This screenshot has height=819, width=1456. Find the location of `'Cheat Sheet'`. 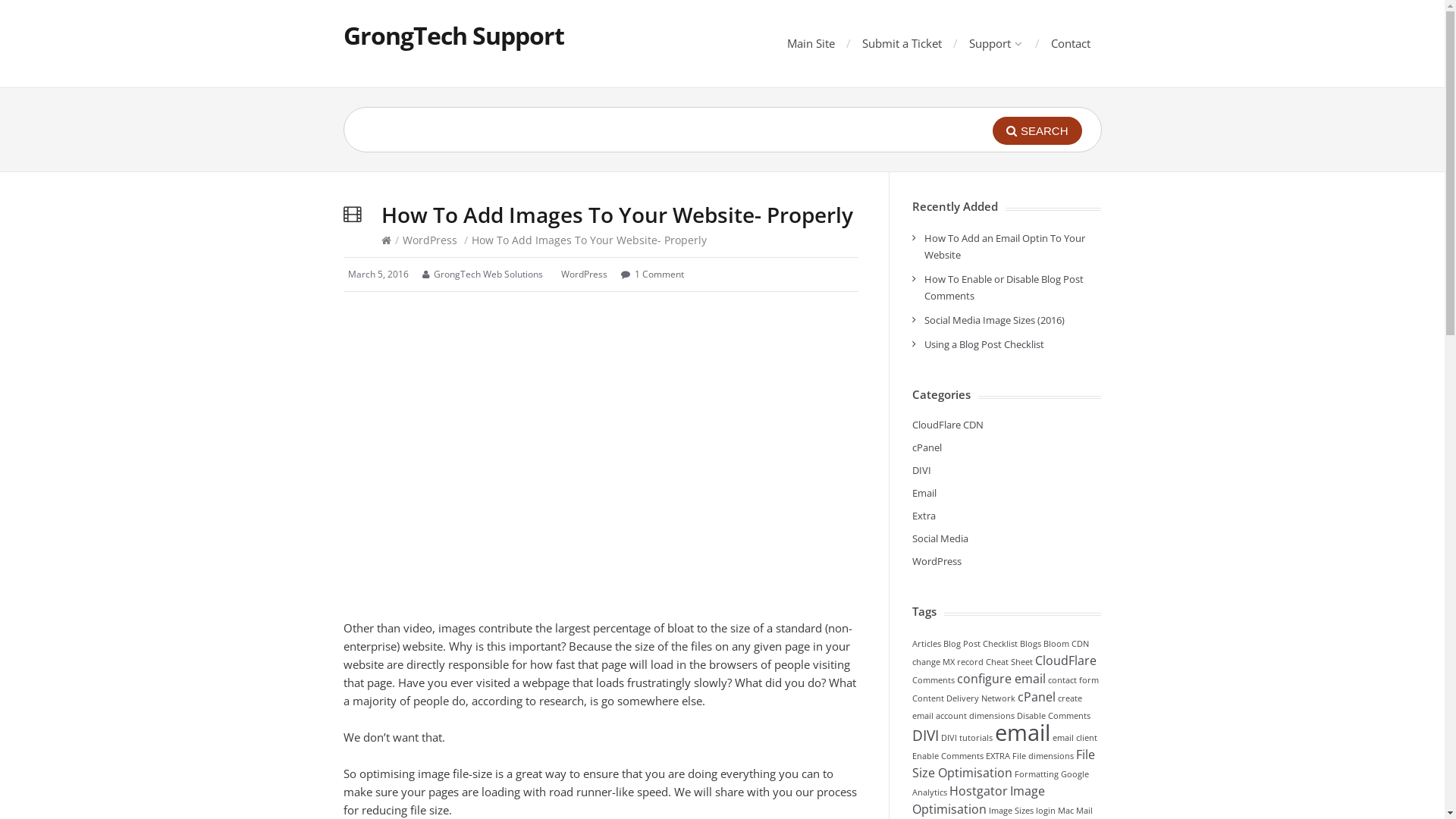

'Cheat Sheet' is located at coordinates (1009, 661).